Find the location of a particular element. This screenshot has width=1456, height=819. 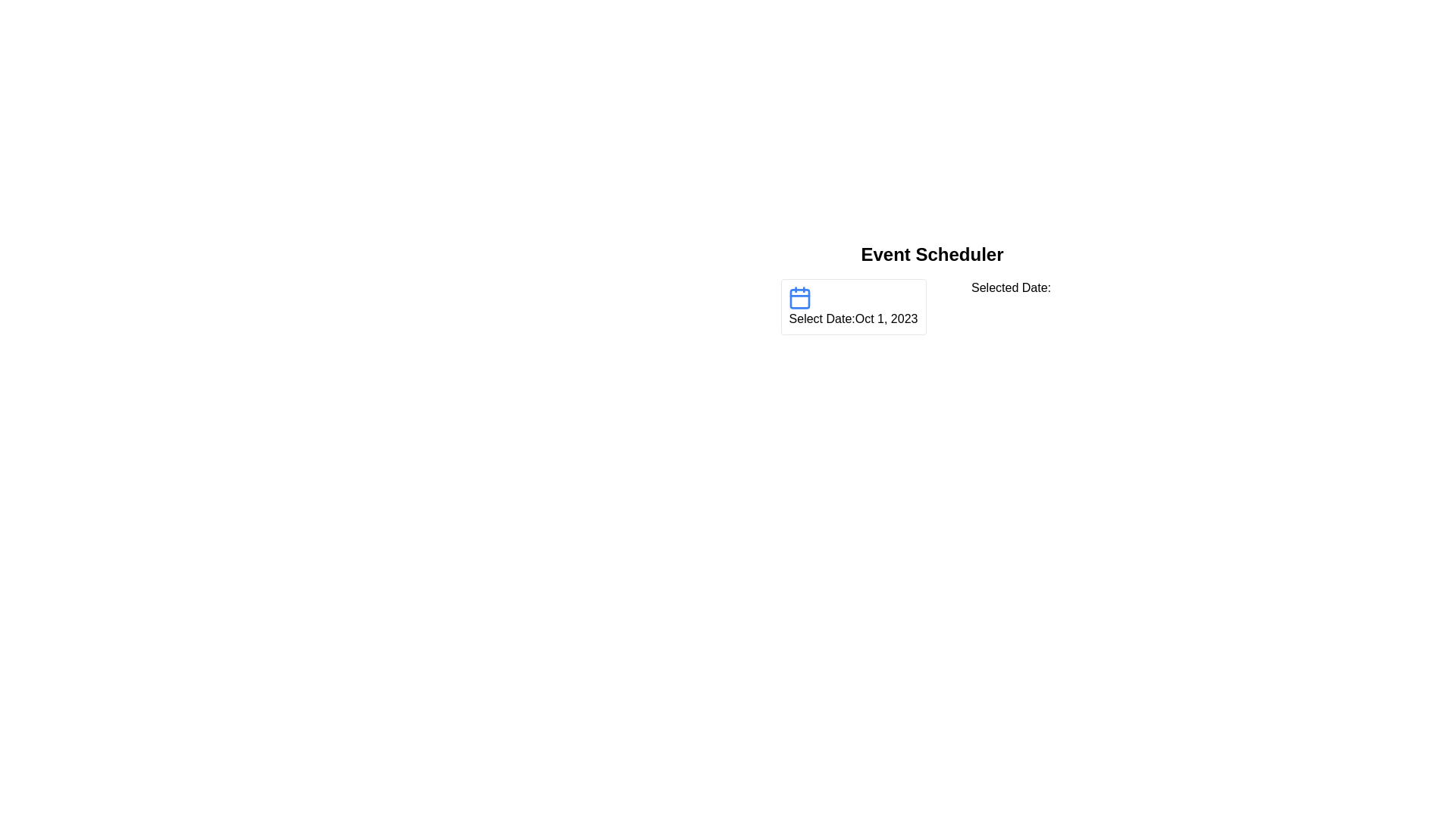

the calendar-shaped icon located to the left of the label 'Select Date: Oct 1, 2023' is located at coordinates (799, 298).